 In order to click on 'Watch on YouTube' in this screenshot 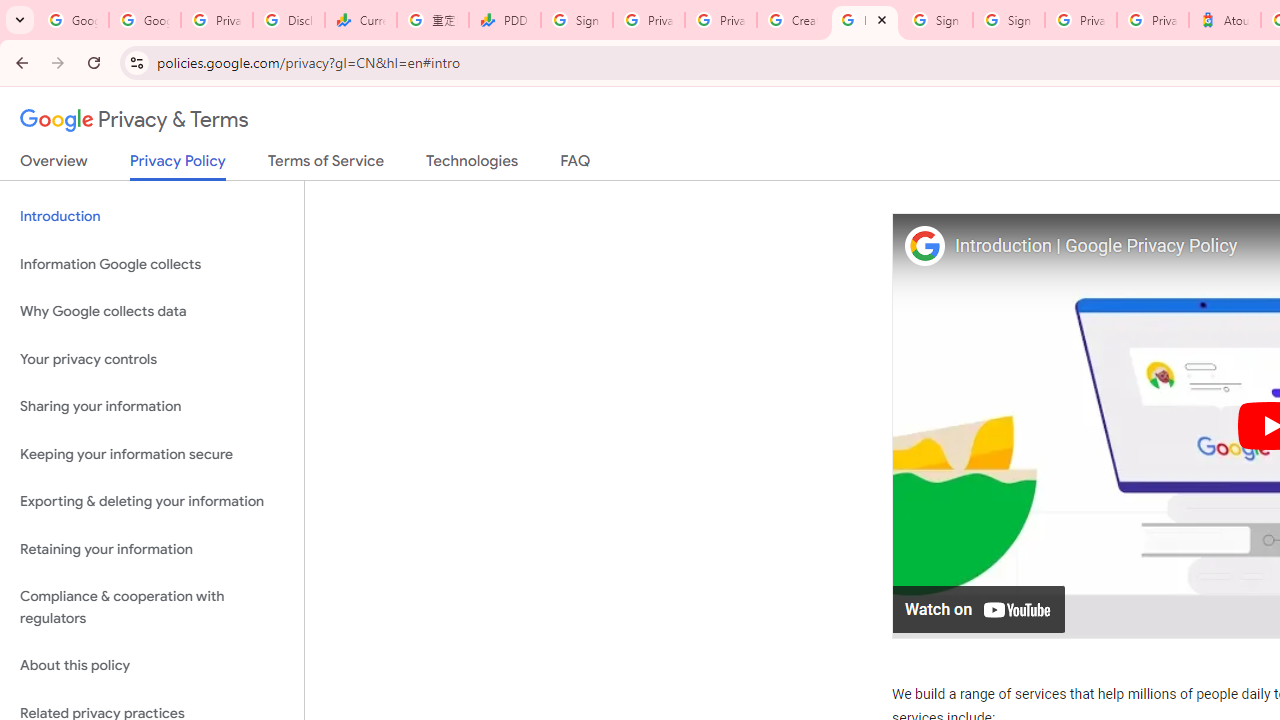, I will do `click(979, 607)`.